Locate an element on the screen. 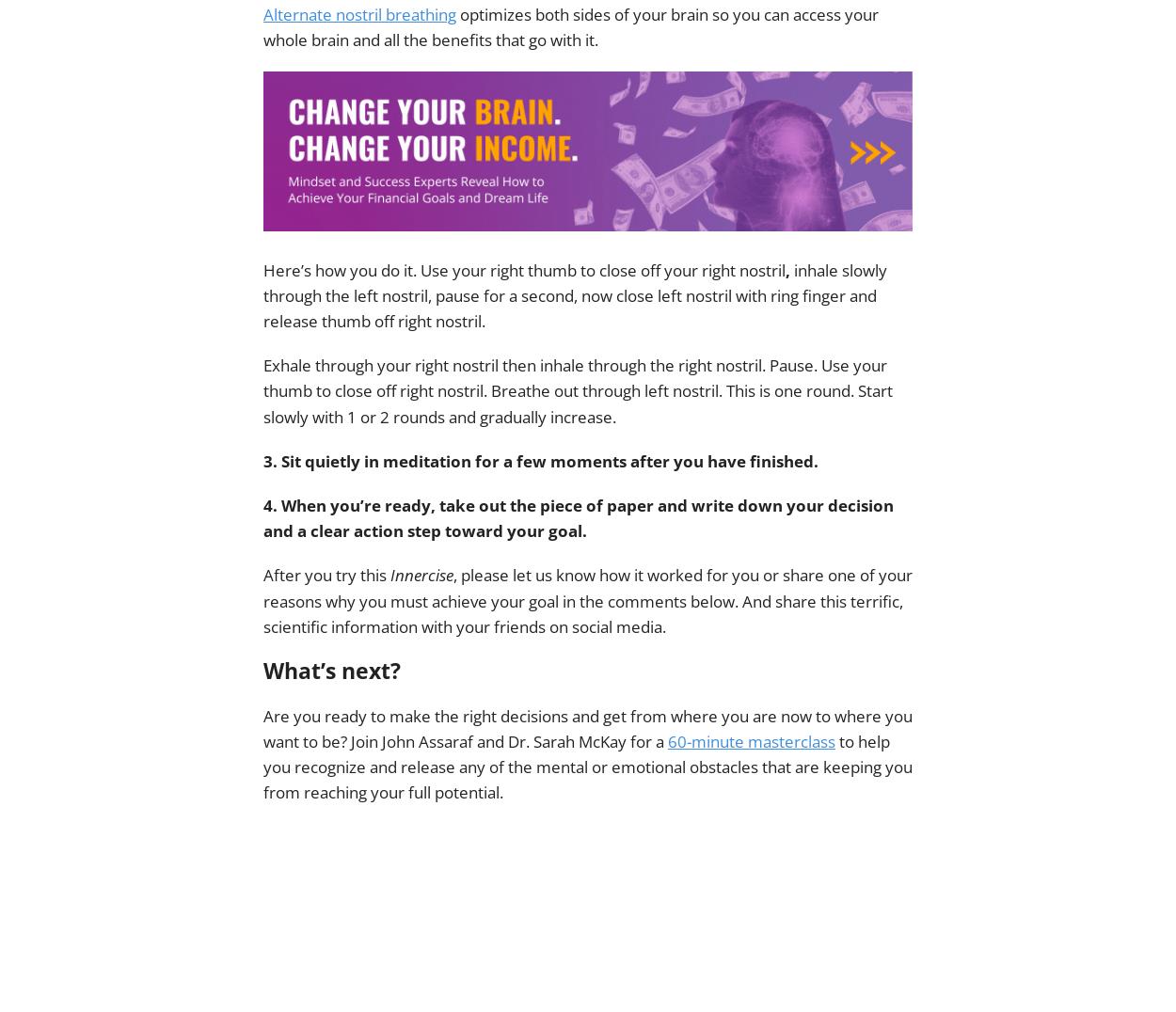 This screenshot has height=1012, width=1176. ',' is located at coordinates (788, 268).